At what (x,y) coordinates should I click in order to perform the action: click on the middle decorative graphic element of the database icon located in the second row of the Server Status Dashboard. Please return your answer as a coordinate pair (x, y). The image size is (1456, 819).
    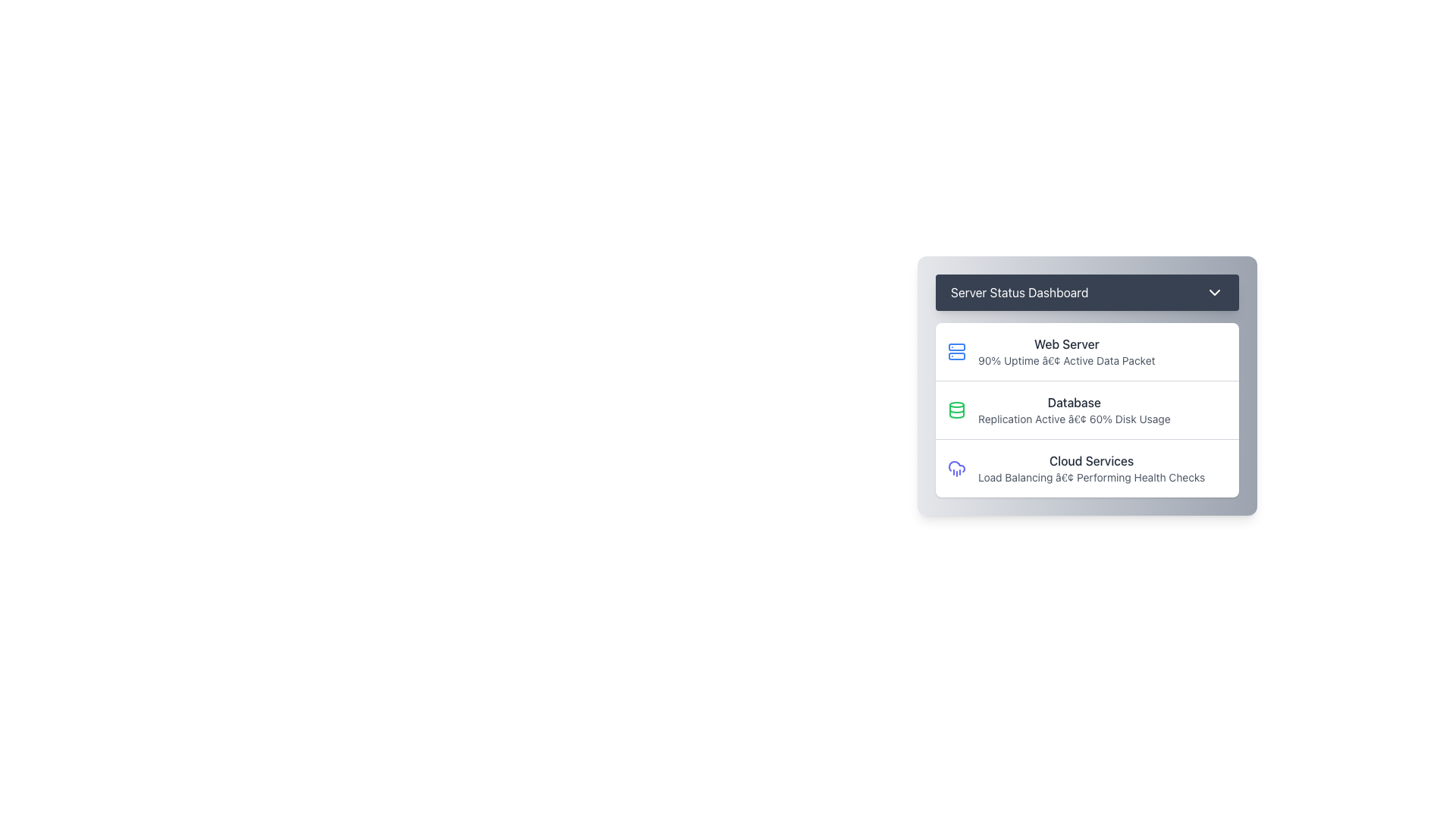
    Looking at the image, I should click on (956, 411).